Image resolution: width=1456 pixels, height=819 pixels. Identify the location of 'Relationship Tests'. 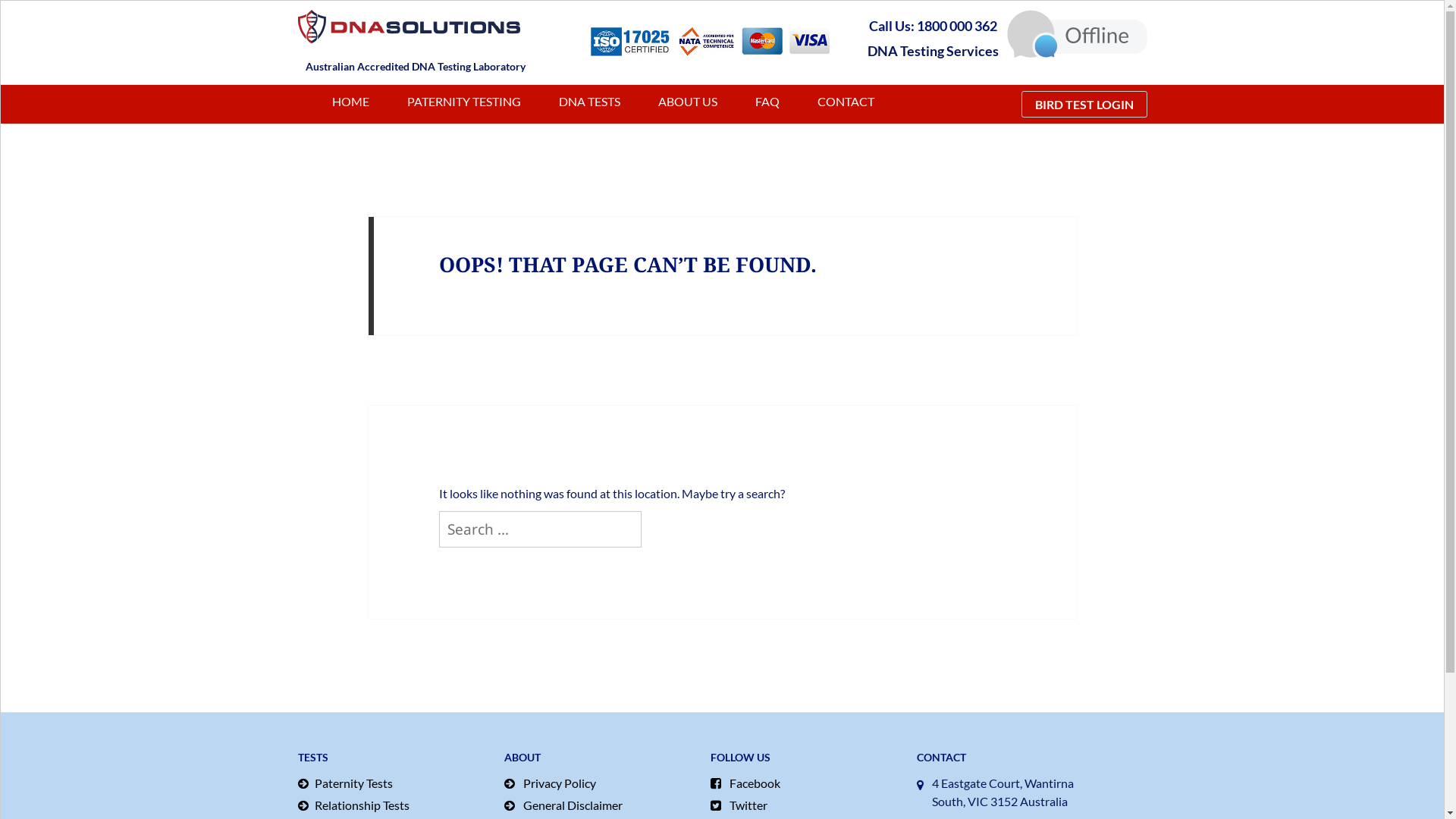
(393, 804).